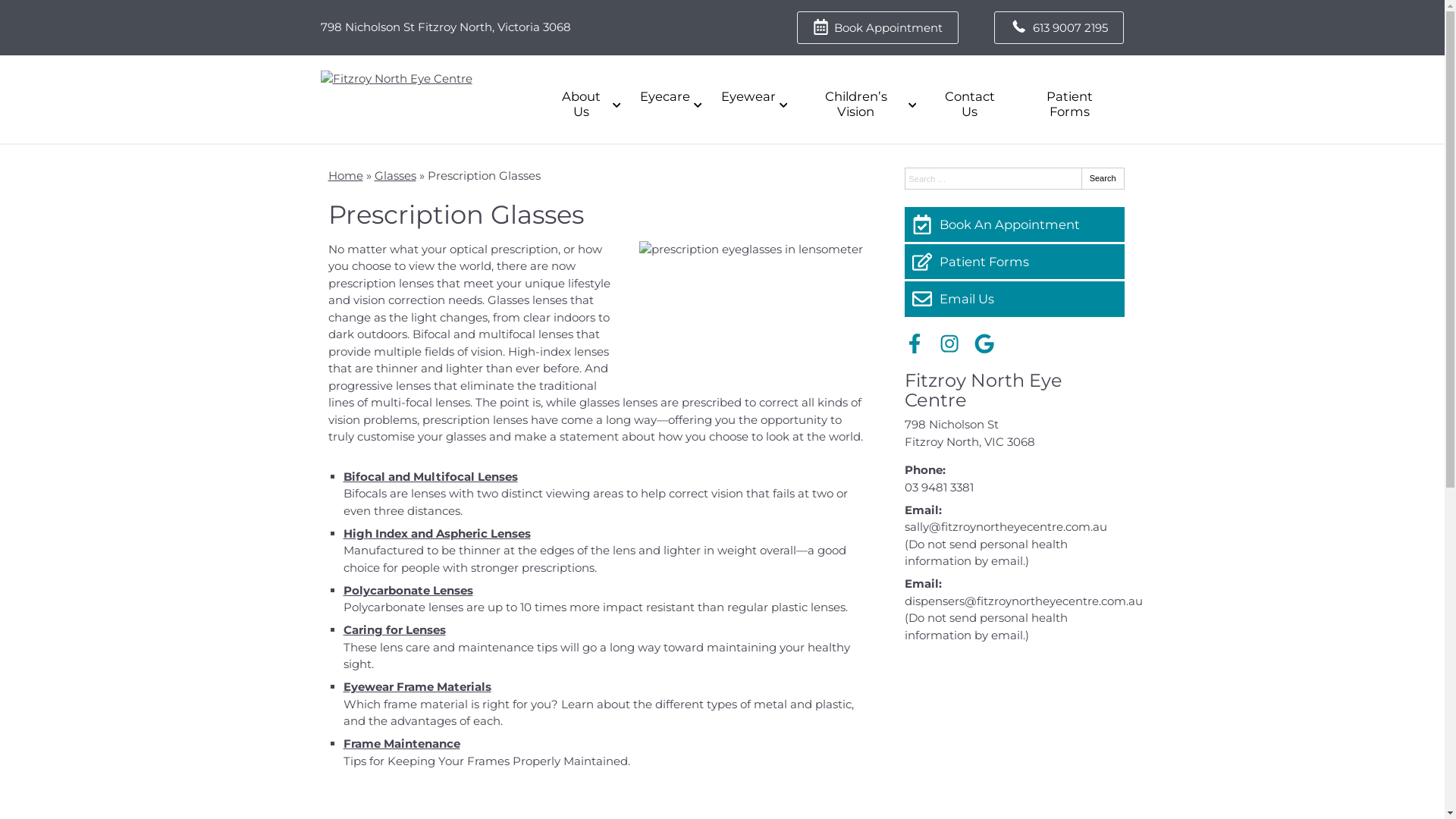  What do you see at coordinates (444, 27) in the screenshot?
I see `'798 Nicholson St Fitzroy North, Victoria 3068'` at bounding box center [444, 27].